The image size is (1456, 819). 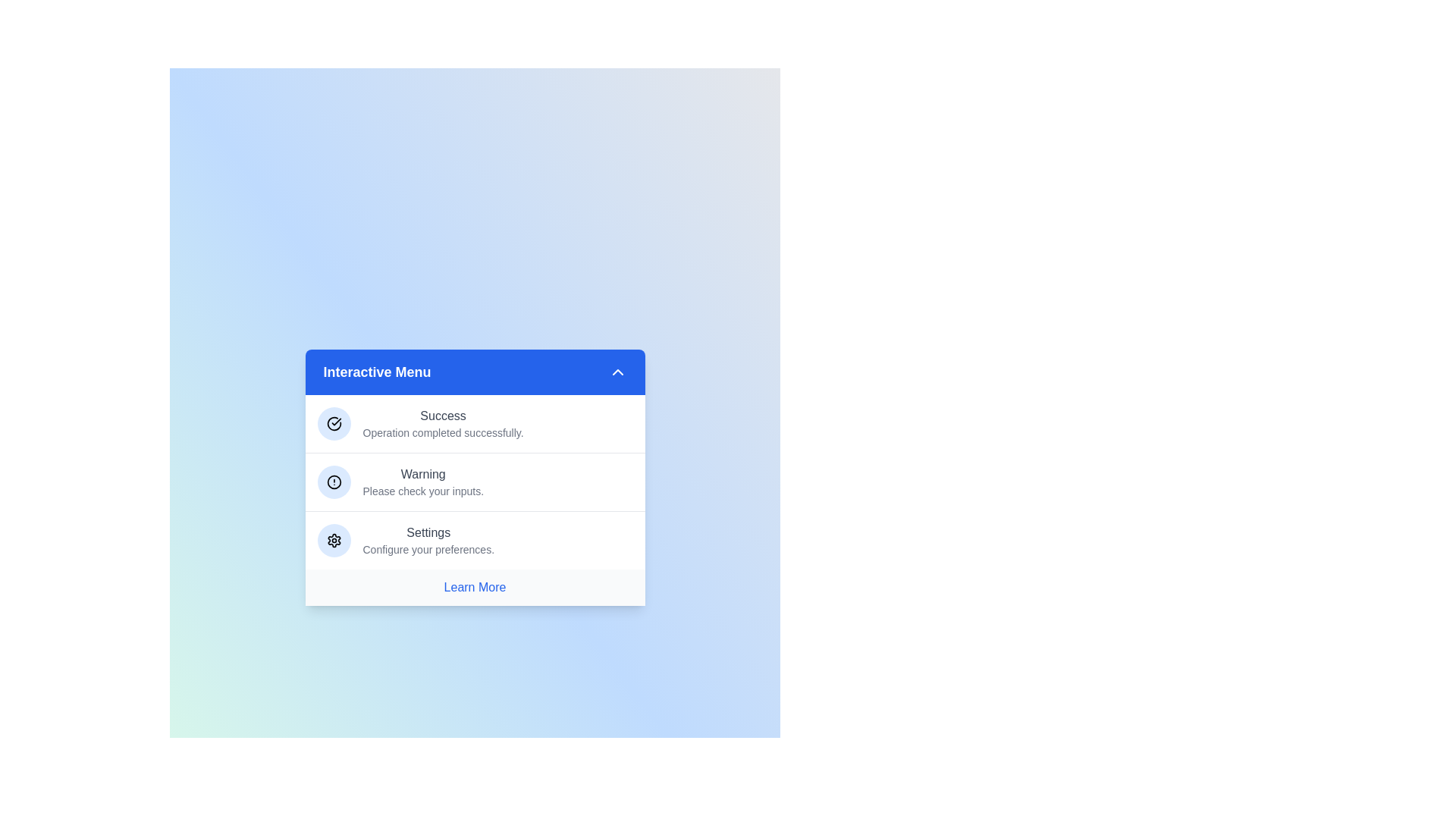 I want to click on the arrow button to toggle the menu visibility, so click(x=617, y=372).